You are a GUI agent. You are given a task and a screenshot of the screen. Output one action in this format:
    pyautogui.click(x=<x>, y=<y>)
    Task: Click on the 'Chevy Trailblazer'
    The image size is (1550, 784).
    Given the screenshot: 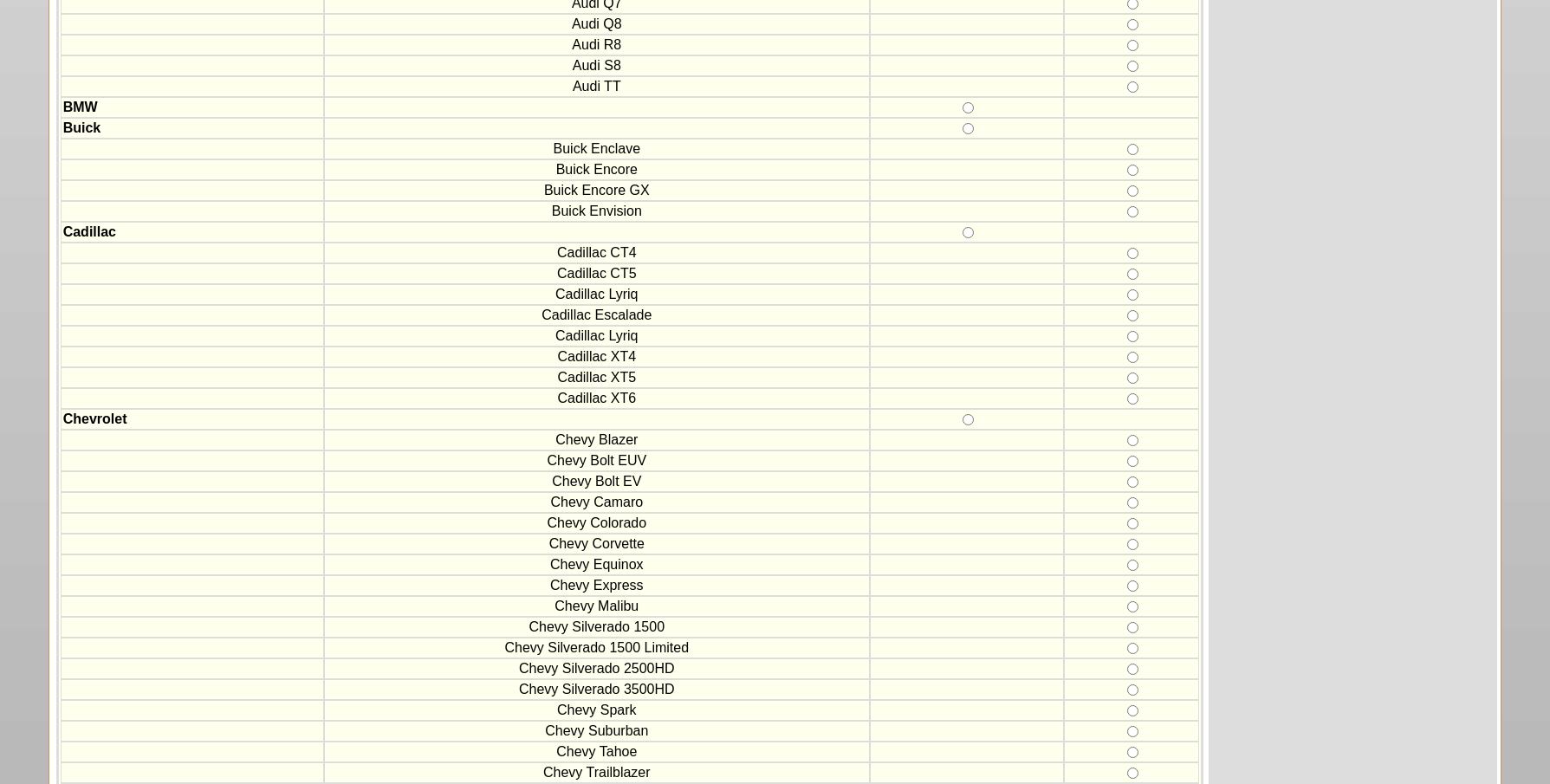 What is the action you would take?
    pyautogui.click(x=596, y=772)
    